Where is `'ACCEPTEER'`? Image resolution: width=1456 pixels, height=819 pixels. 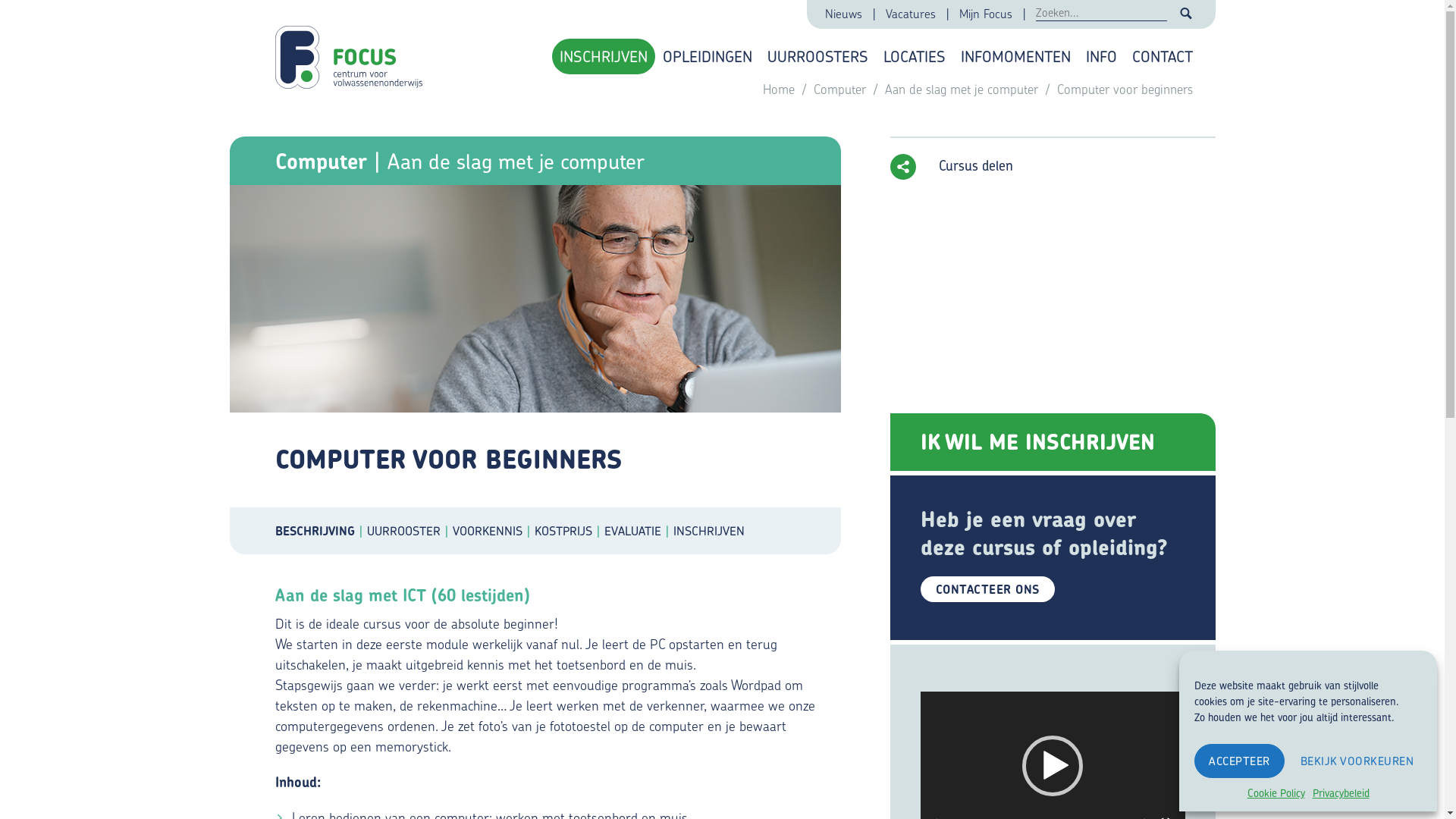 'ACCEPTEER' is located at coordinates (1239, 761).